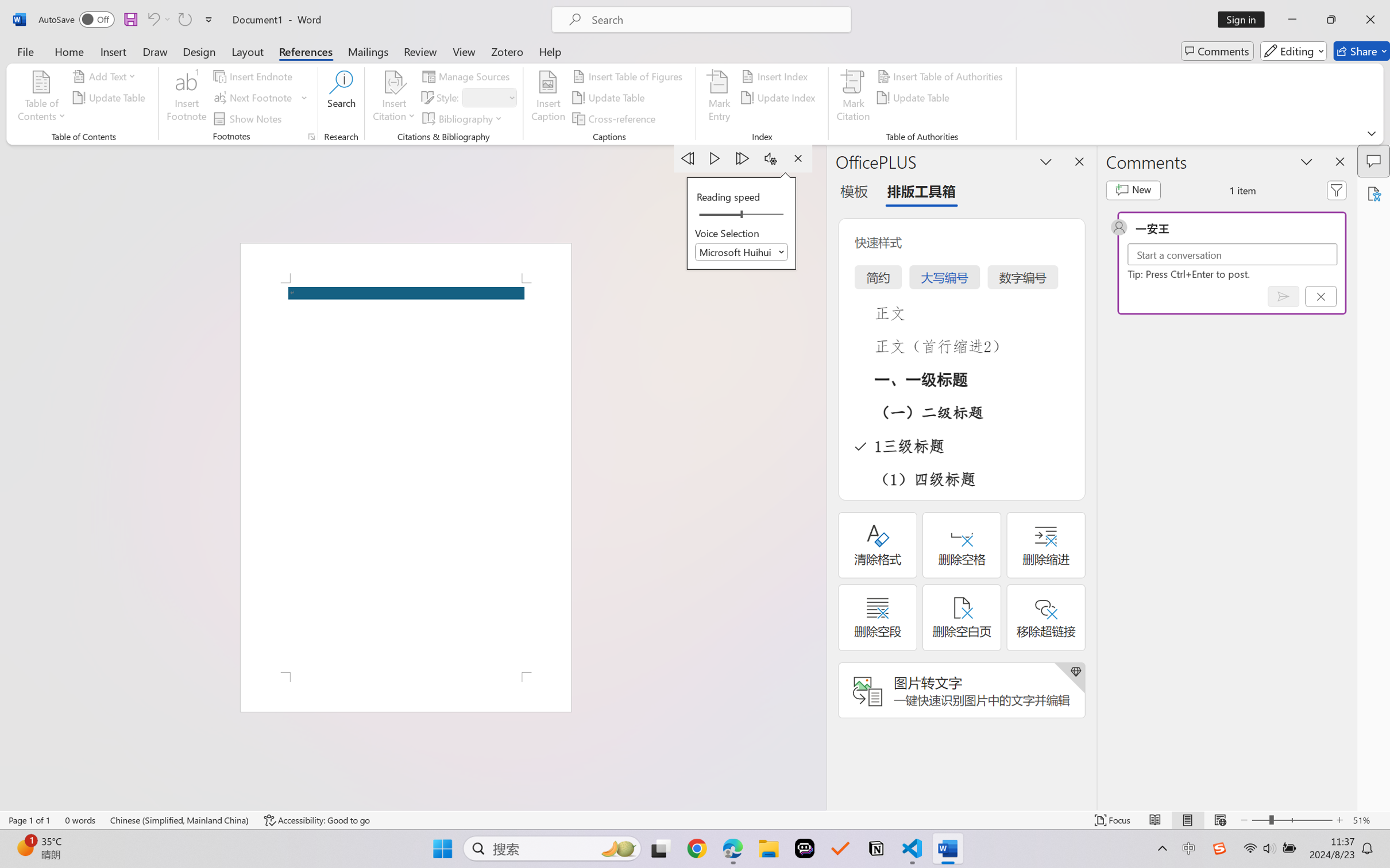 The height and width of the screenshot is (868, 1390). Describe the element at coordinates (186, 98) in the screenshot. I see `'Insert Footnote'` at that location.